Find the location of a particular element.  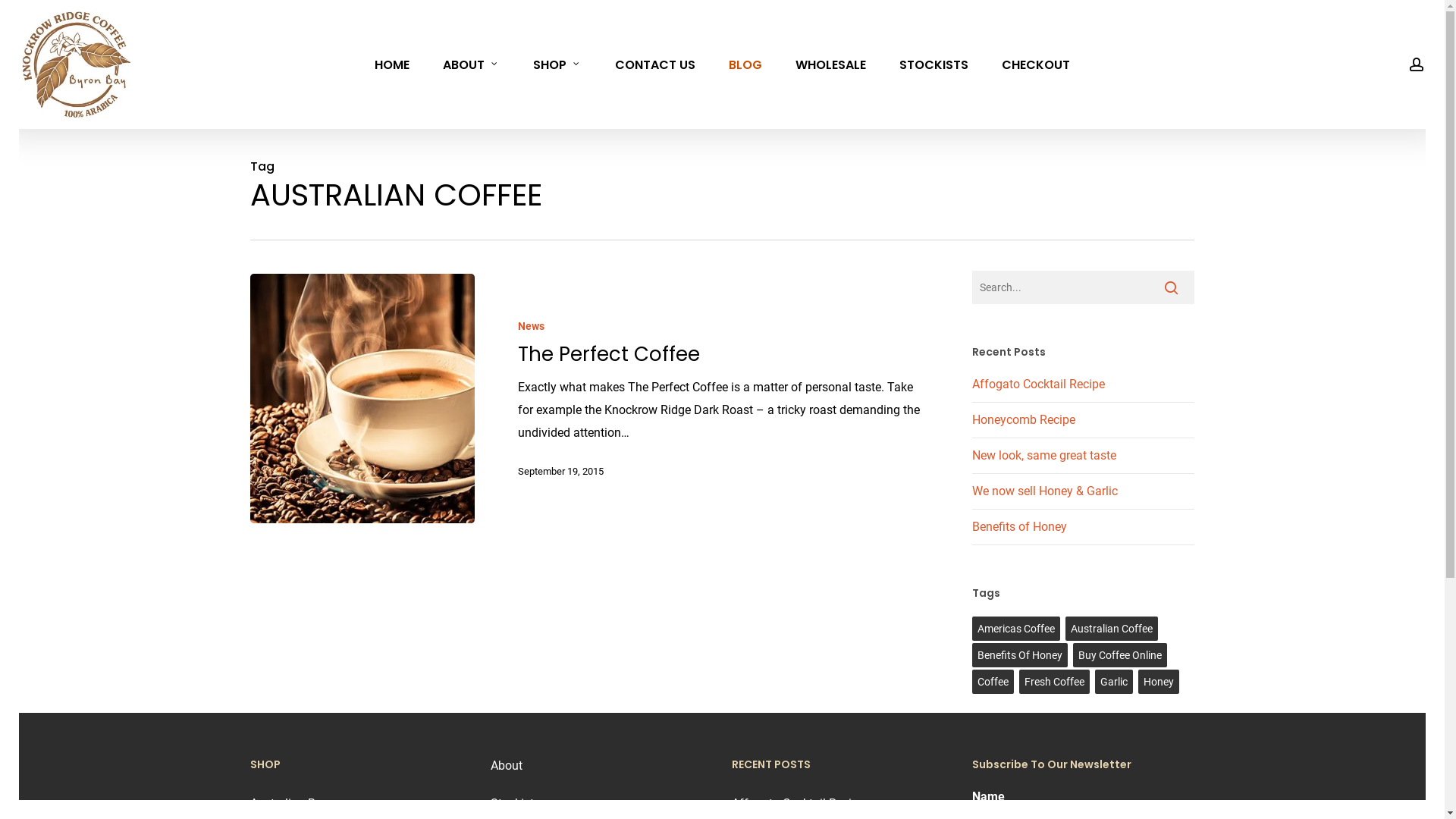

'Fresh Coffee' is located at coordinates (1053, 680).